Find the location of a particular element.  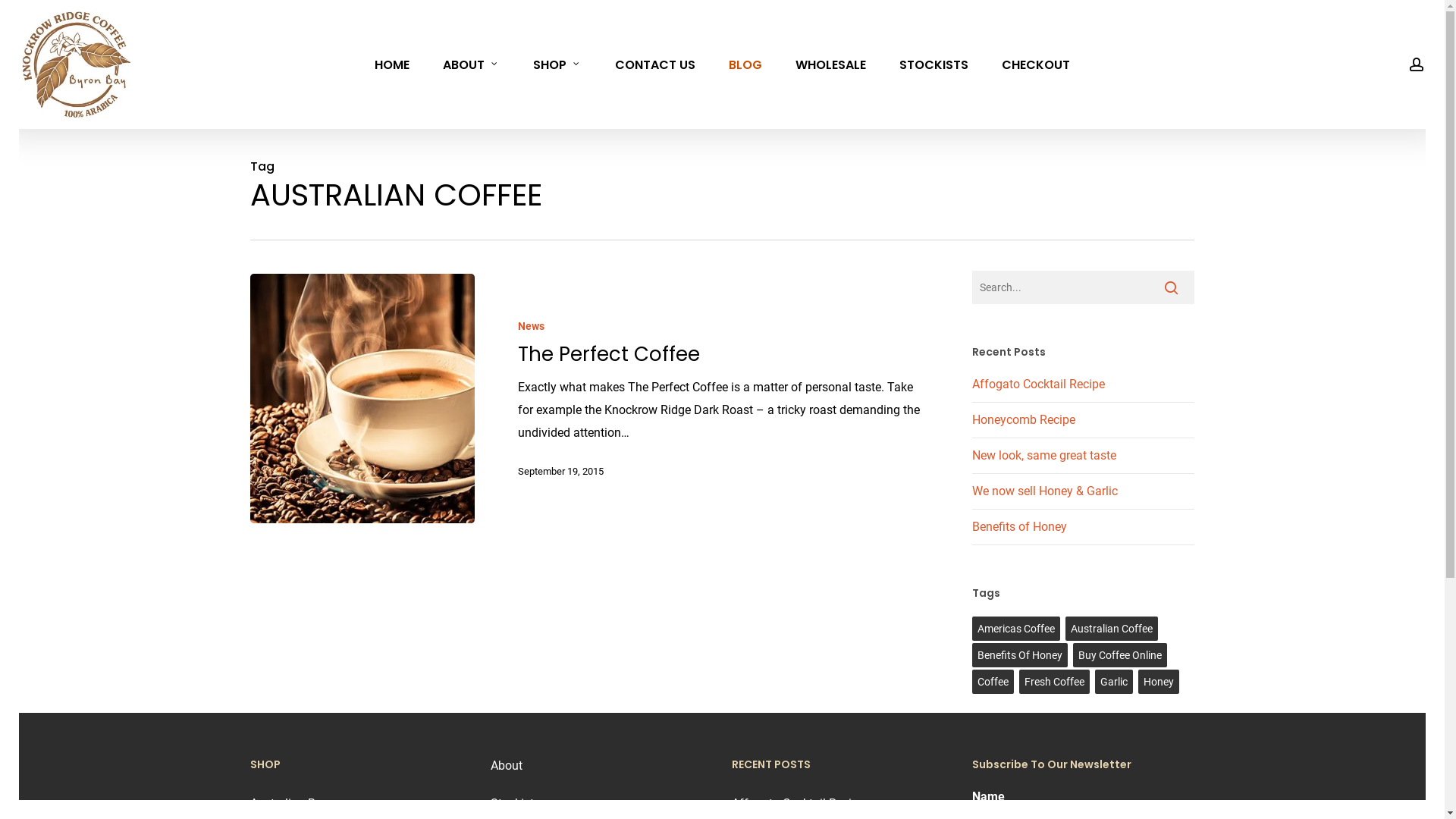

'Fresh Coffee' is located at coordinates (1053, 680).